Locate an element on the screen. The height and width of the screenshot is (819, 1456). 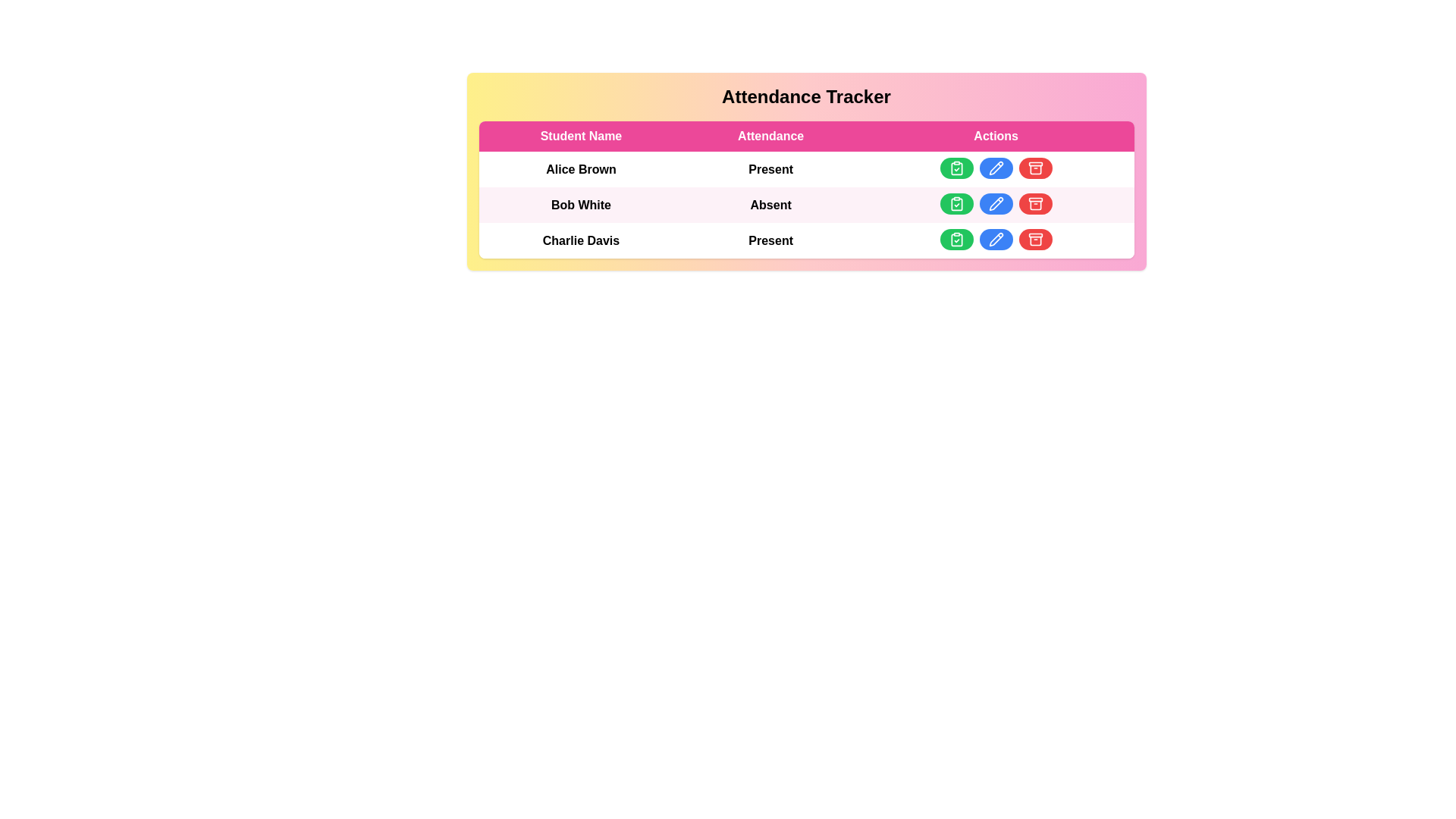
'mark attendance' button for a student identified by Charlie Davis is located at coordinates (955, 239).